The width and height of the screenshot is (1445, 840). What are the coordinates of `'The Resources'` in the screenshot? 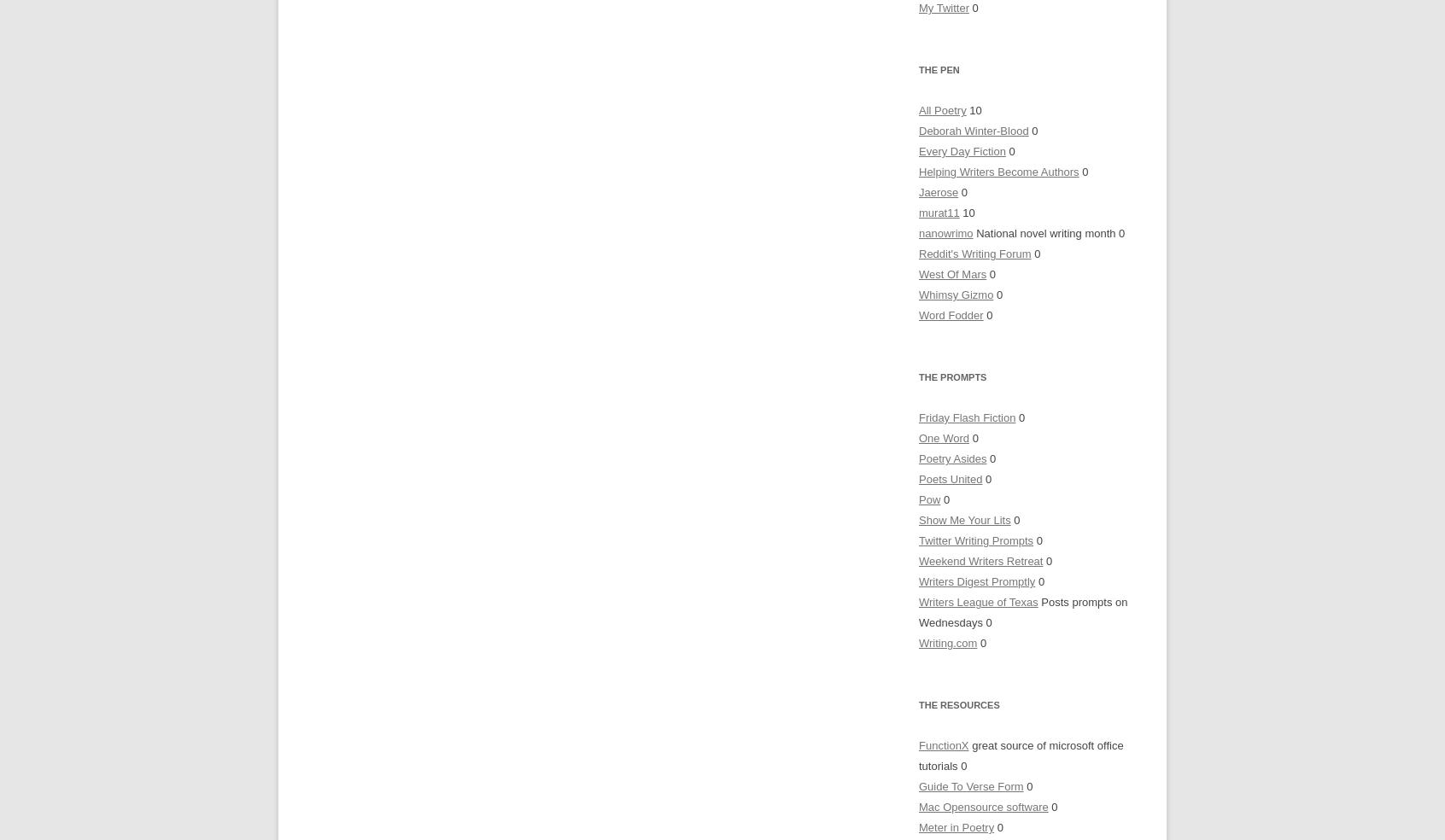 It's located at (958, 703).